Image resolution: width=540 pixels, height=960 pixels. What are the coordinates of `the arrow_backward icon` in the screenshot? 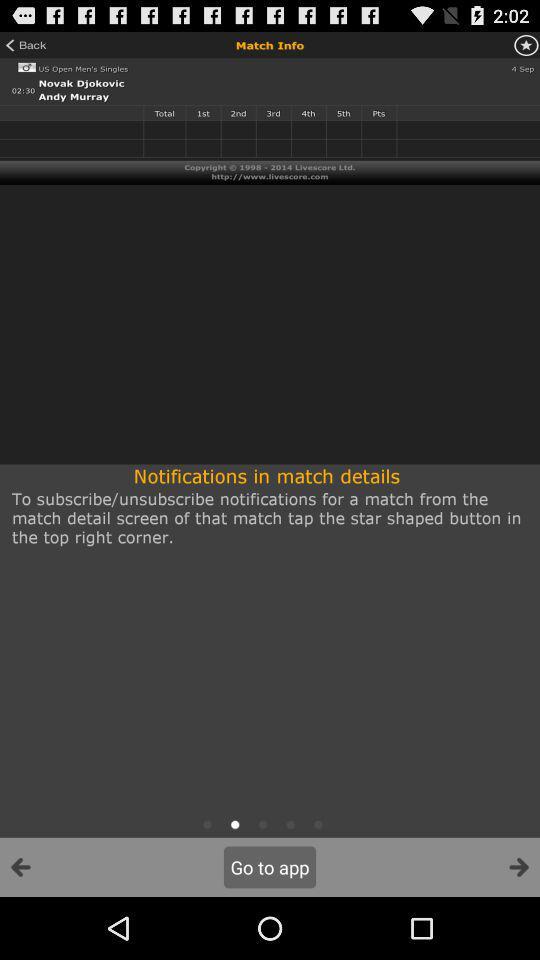 It's located at (20, 928).